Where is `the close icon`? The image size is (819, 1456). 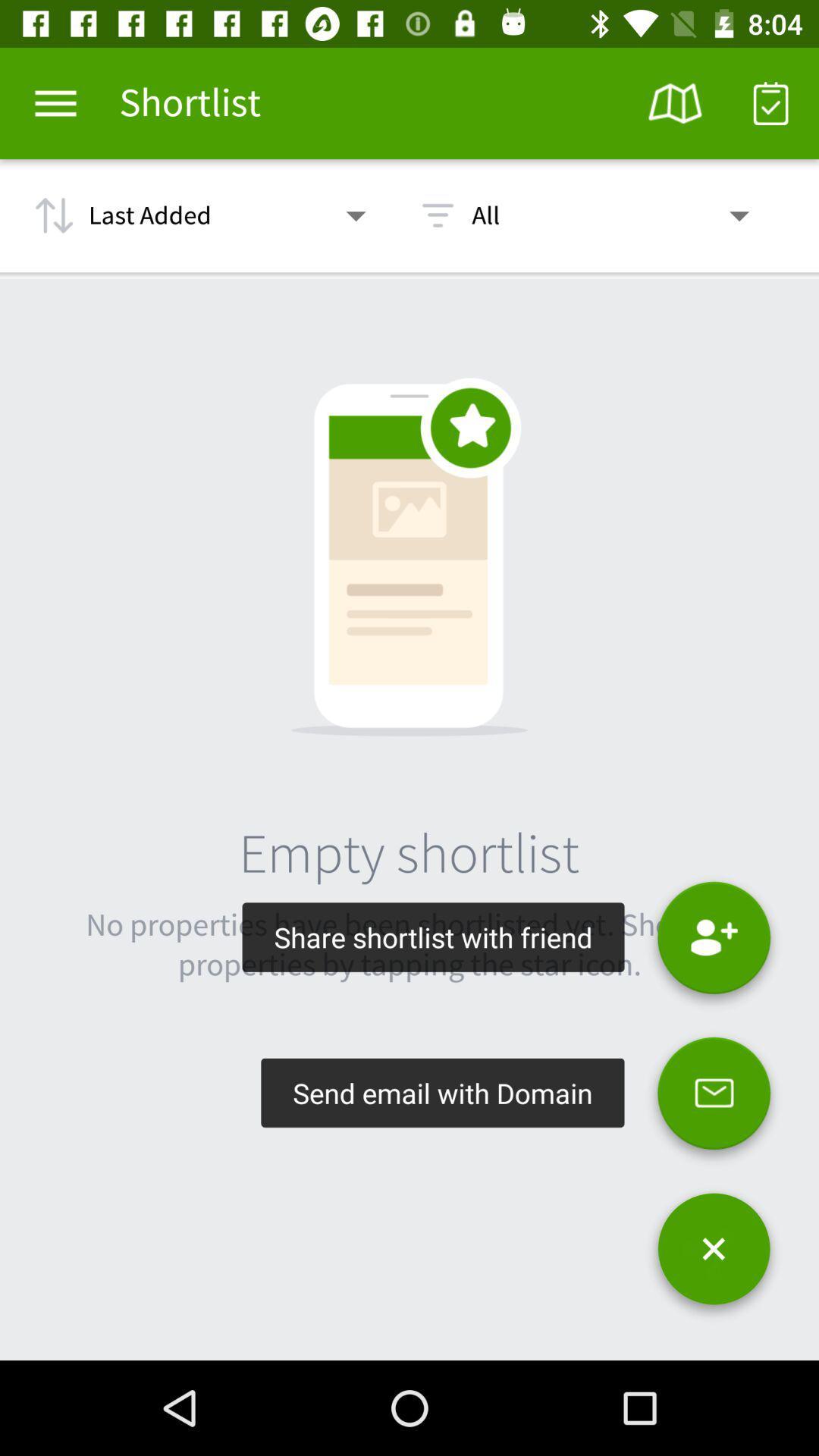
the close icon is located at coordinates (714, 1254).